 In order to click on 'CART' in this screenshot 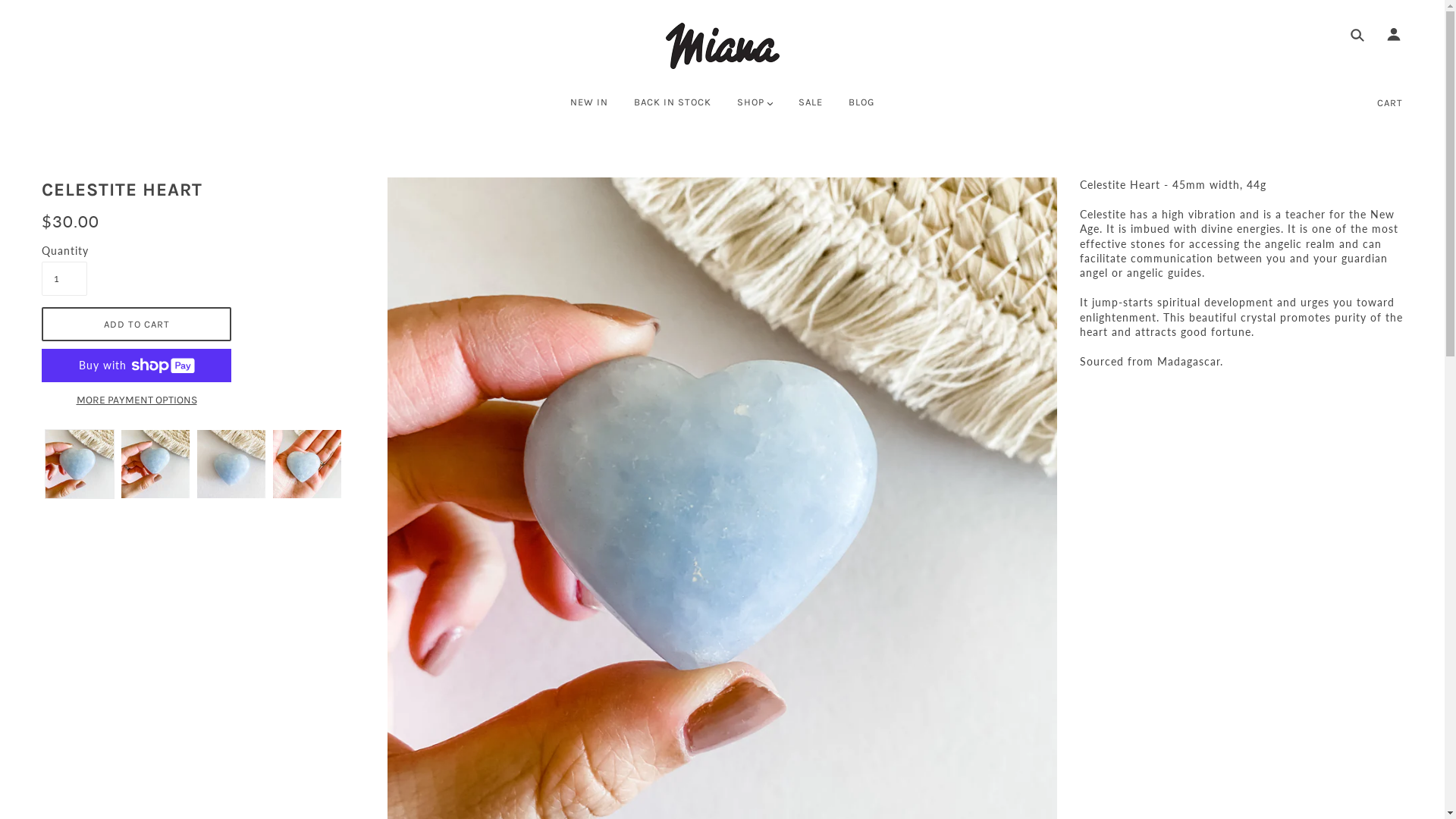, I will do `click(1390, 102)`.